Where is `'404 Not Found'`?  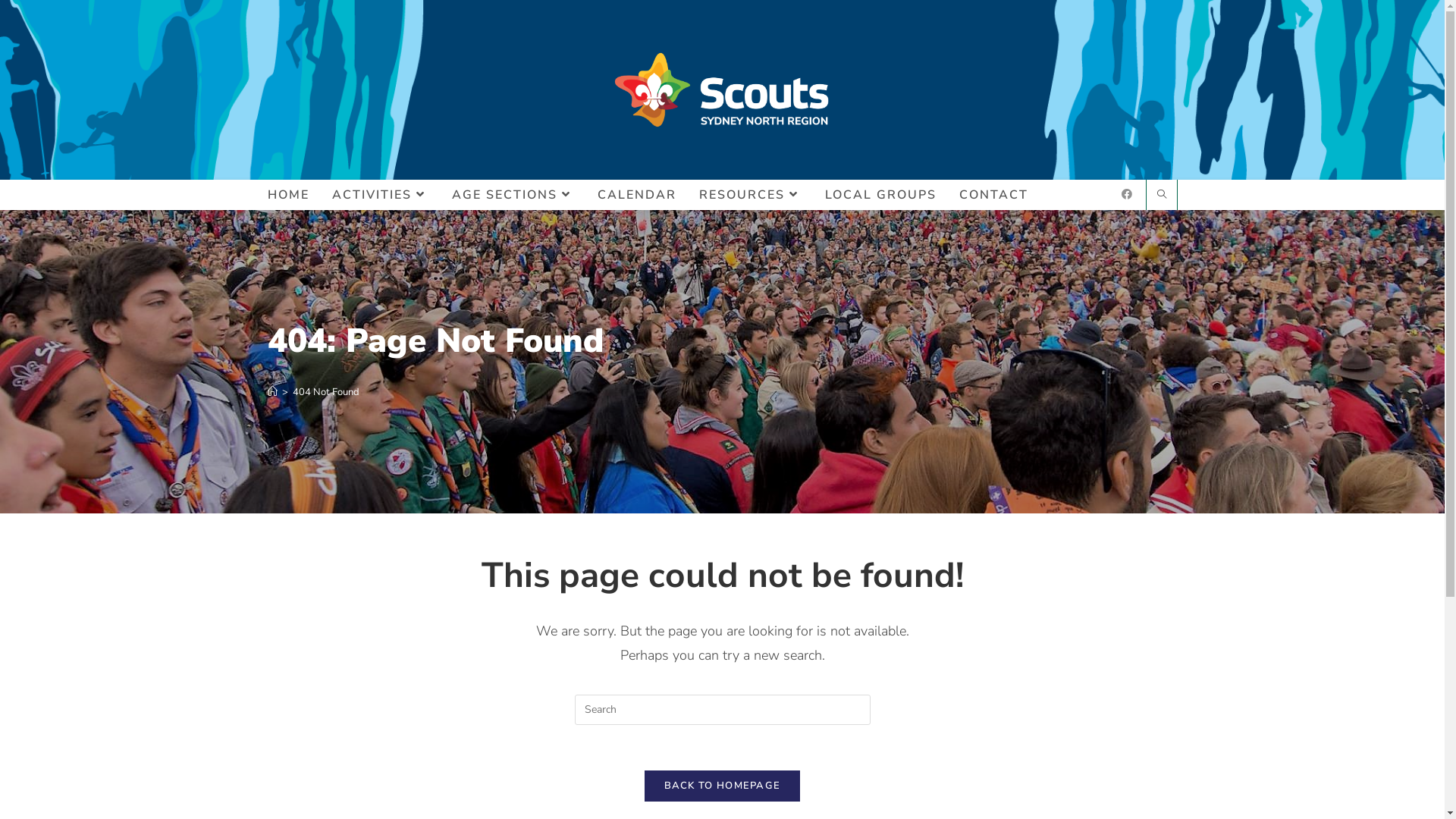 '404 Not Found' is located at coordinates (292, 391).